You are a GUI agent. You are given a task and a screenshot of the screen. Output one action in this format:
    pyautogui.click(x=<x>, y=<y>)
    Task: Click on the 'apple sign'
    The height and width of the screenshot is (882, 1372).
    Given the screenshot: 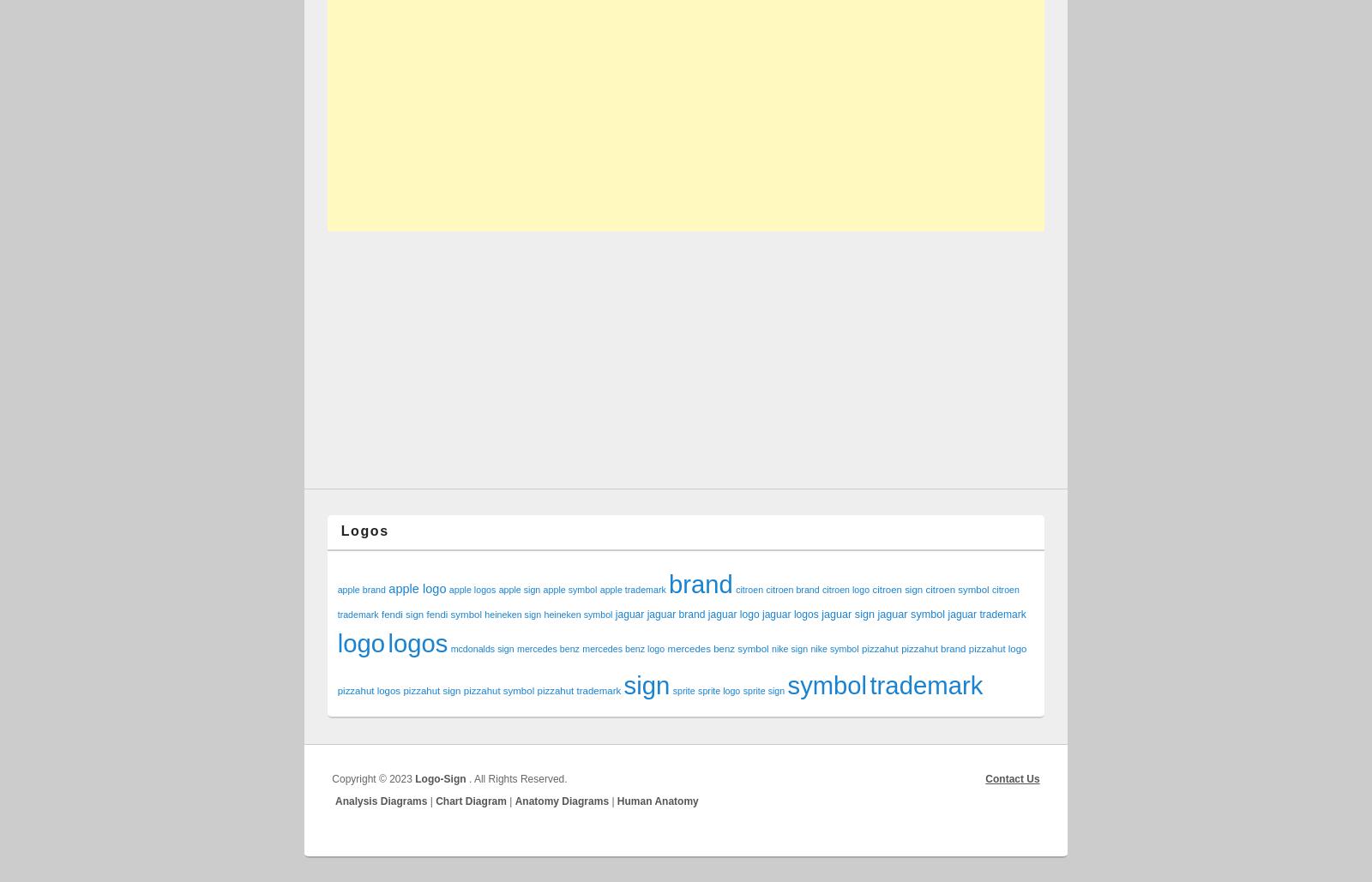 What is the action you would take?
    pyautogui.click(x=519, y=588)
    